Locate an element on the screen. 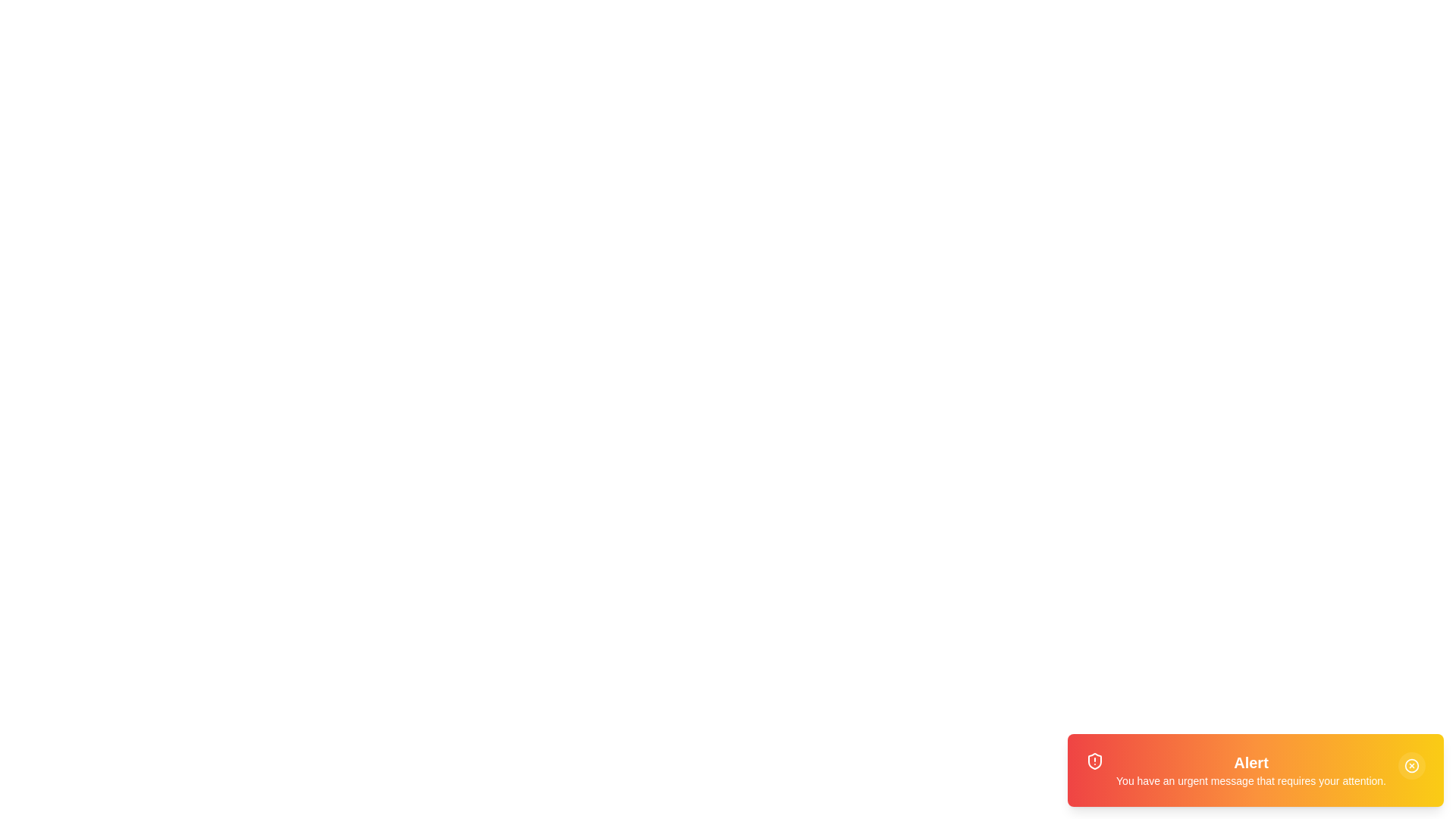 This screenshot has width=1456, height=819. the close button to dismiss the notification is located at coordinates (1411, 766).